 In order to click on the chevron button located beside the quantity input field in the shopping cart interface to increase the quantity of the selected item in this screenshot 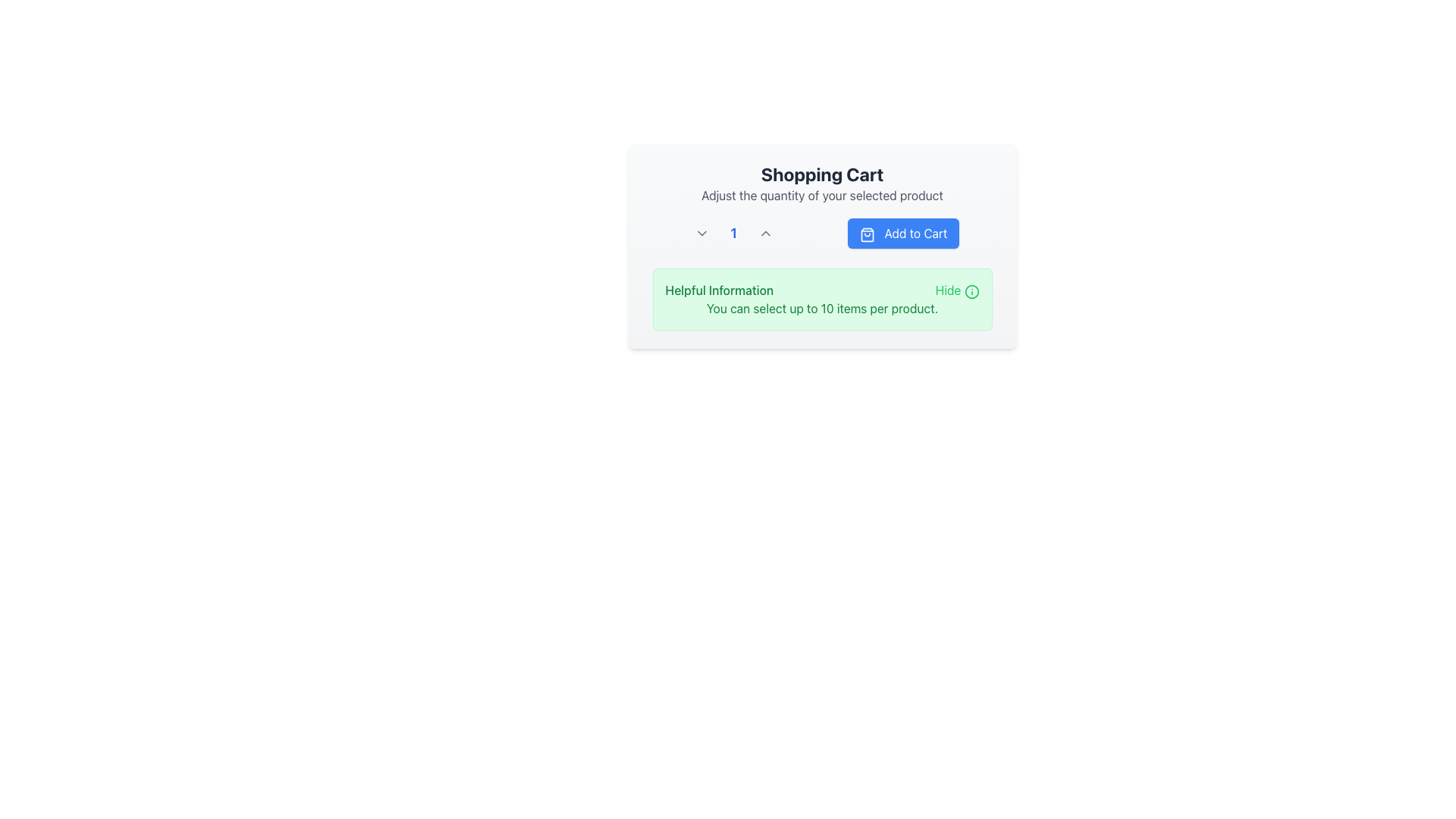, I will do `click(766, 234)`.